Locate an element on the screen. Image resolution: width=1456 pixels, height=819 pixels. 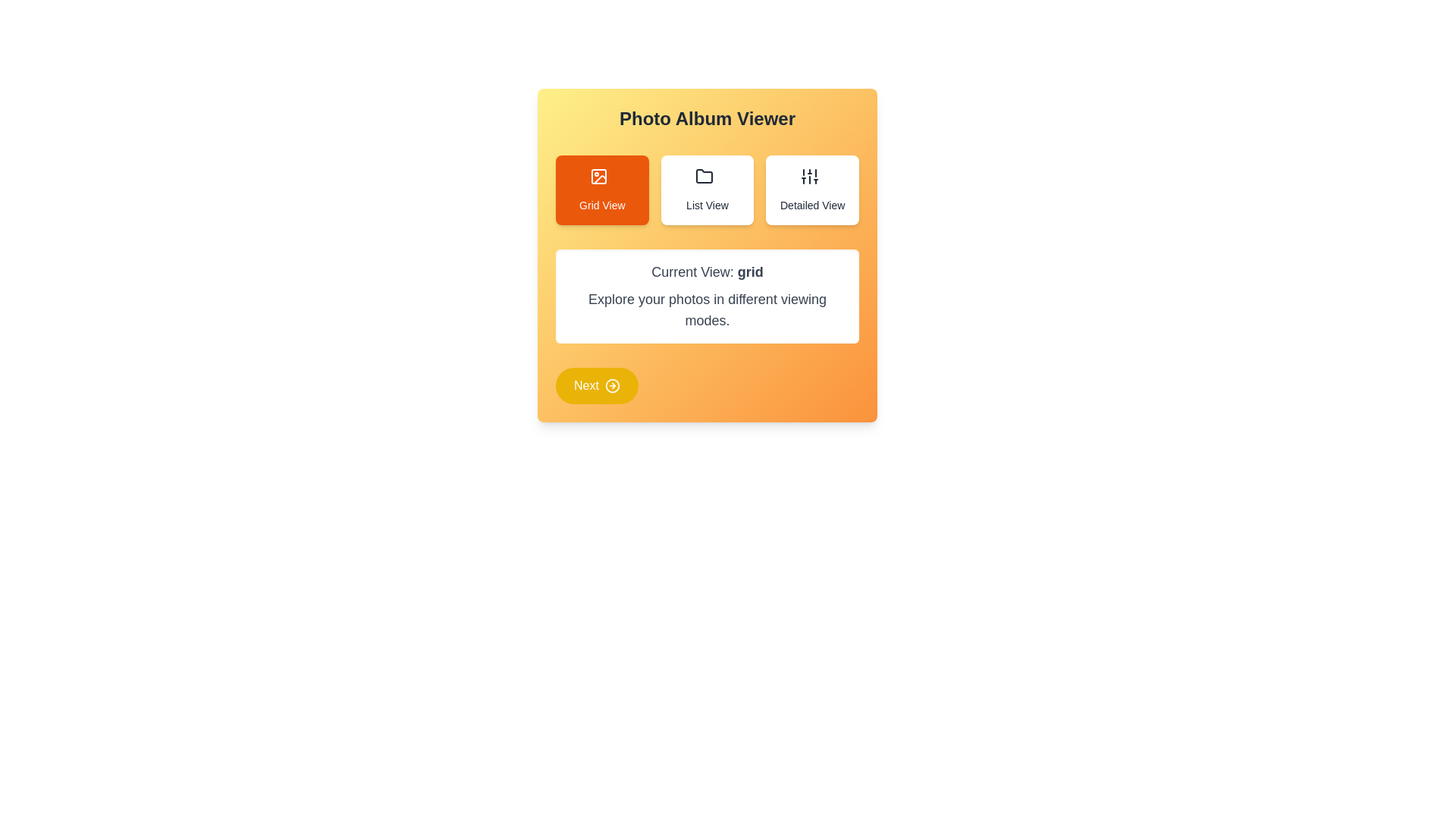
the 'List View' button is located at coordinates (706, 189).